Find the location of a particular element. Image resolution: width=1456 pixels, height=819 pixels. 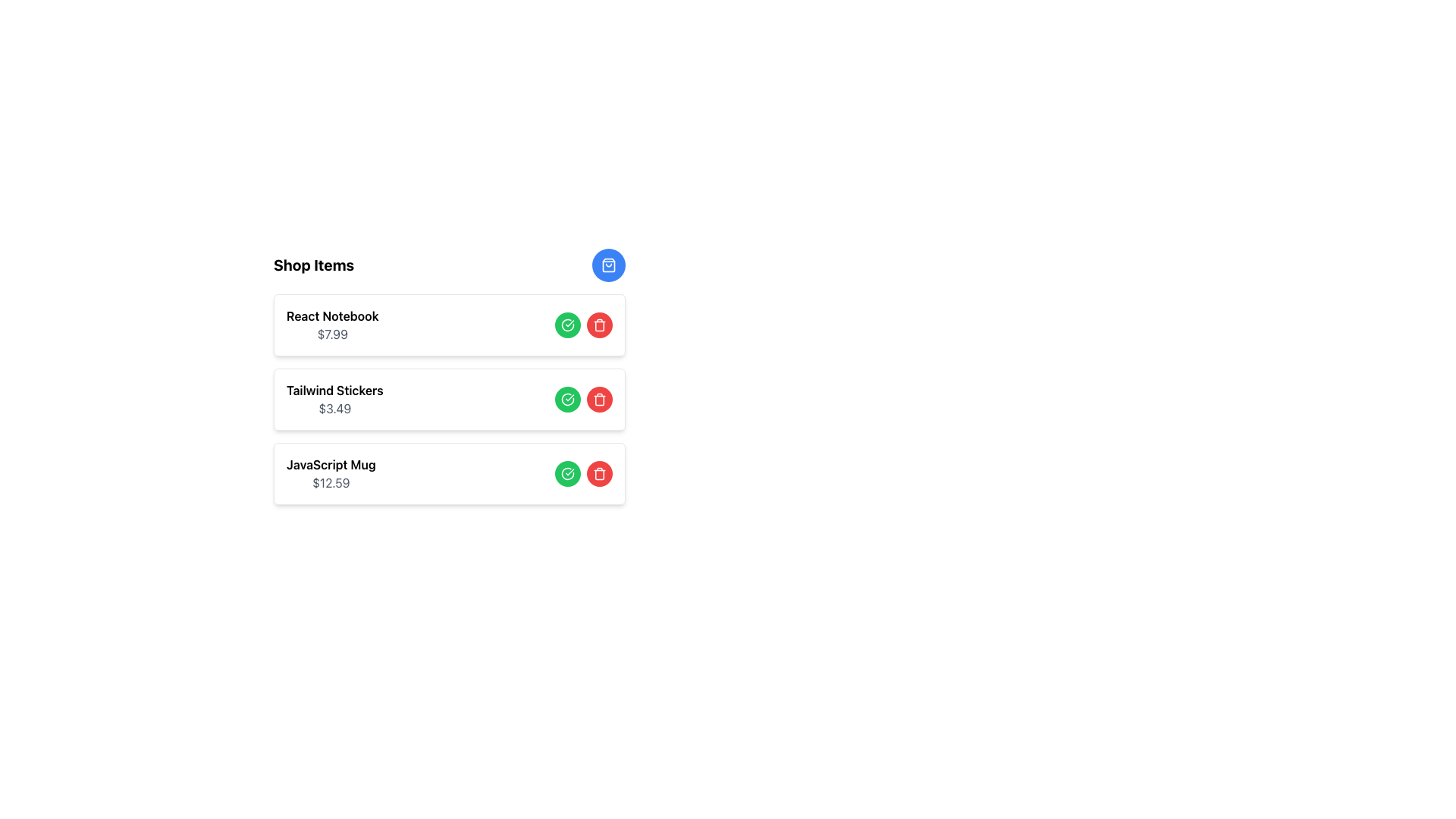

the circular green confirmation button with a checkmark icon to confirm the action is located at coordinates (566, 472).